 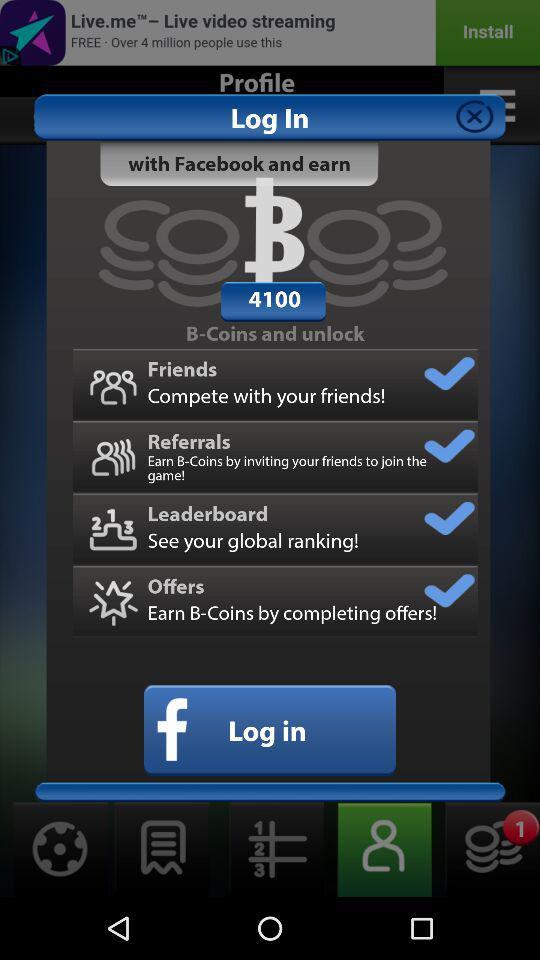 I want to click on move to icon which is left to text offers, so click(x=113, y=601).